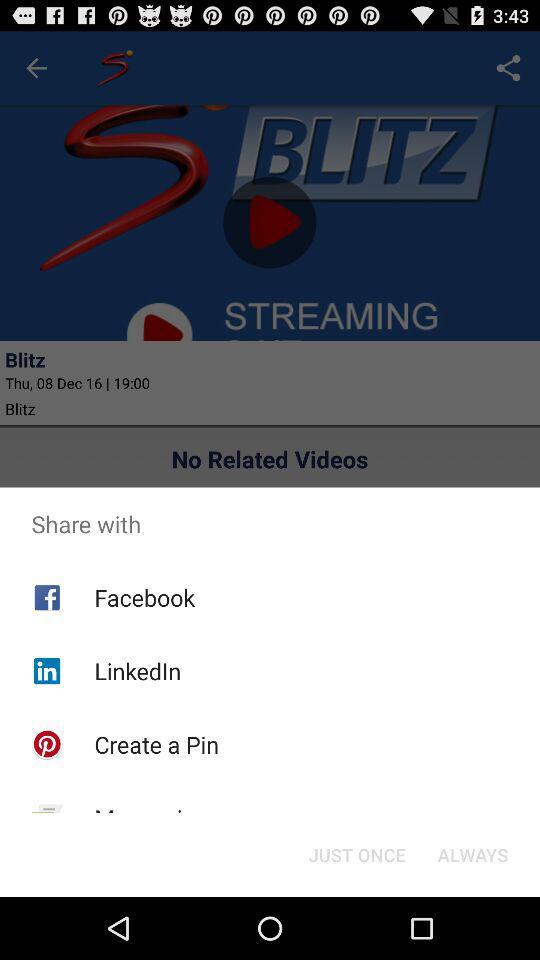 The height and width of the screenshot is (960, 540). Describe the element at coordinates (167, 885) in the screenshot. I see `the android beam app` at that location.